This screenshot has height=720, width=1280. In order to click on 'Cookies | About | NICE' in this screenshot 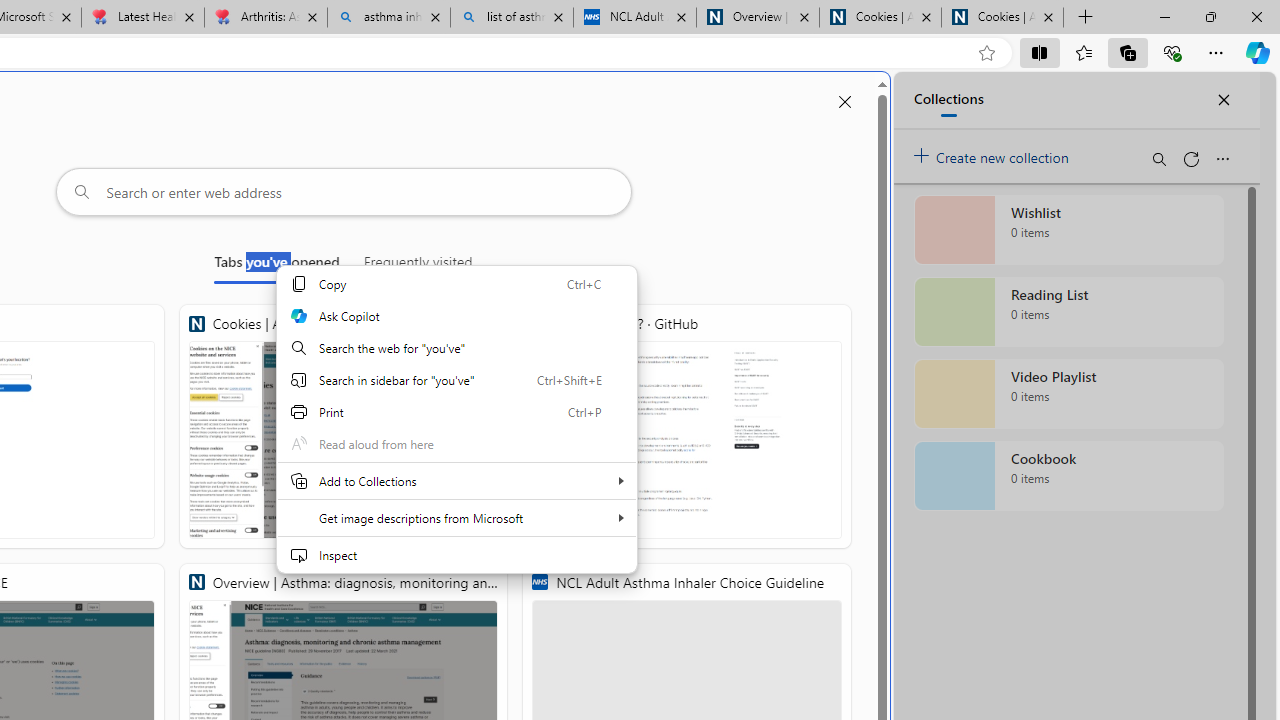, I will do `click(1002, 17)`.